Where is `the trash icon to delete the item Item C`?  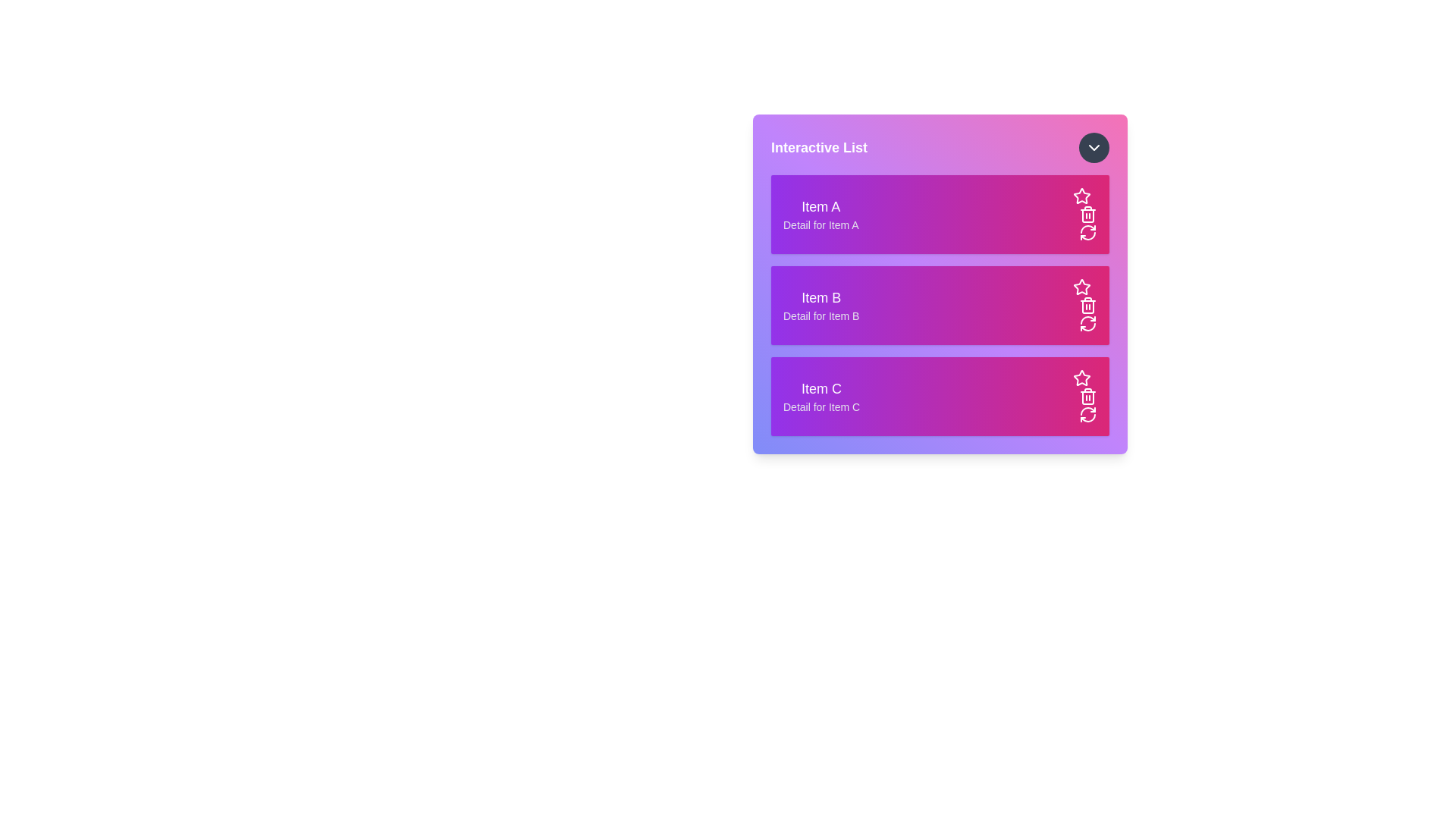
the trash icon to delete the item Item C is located at coordinates (1087, 396).